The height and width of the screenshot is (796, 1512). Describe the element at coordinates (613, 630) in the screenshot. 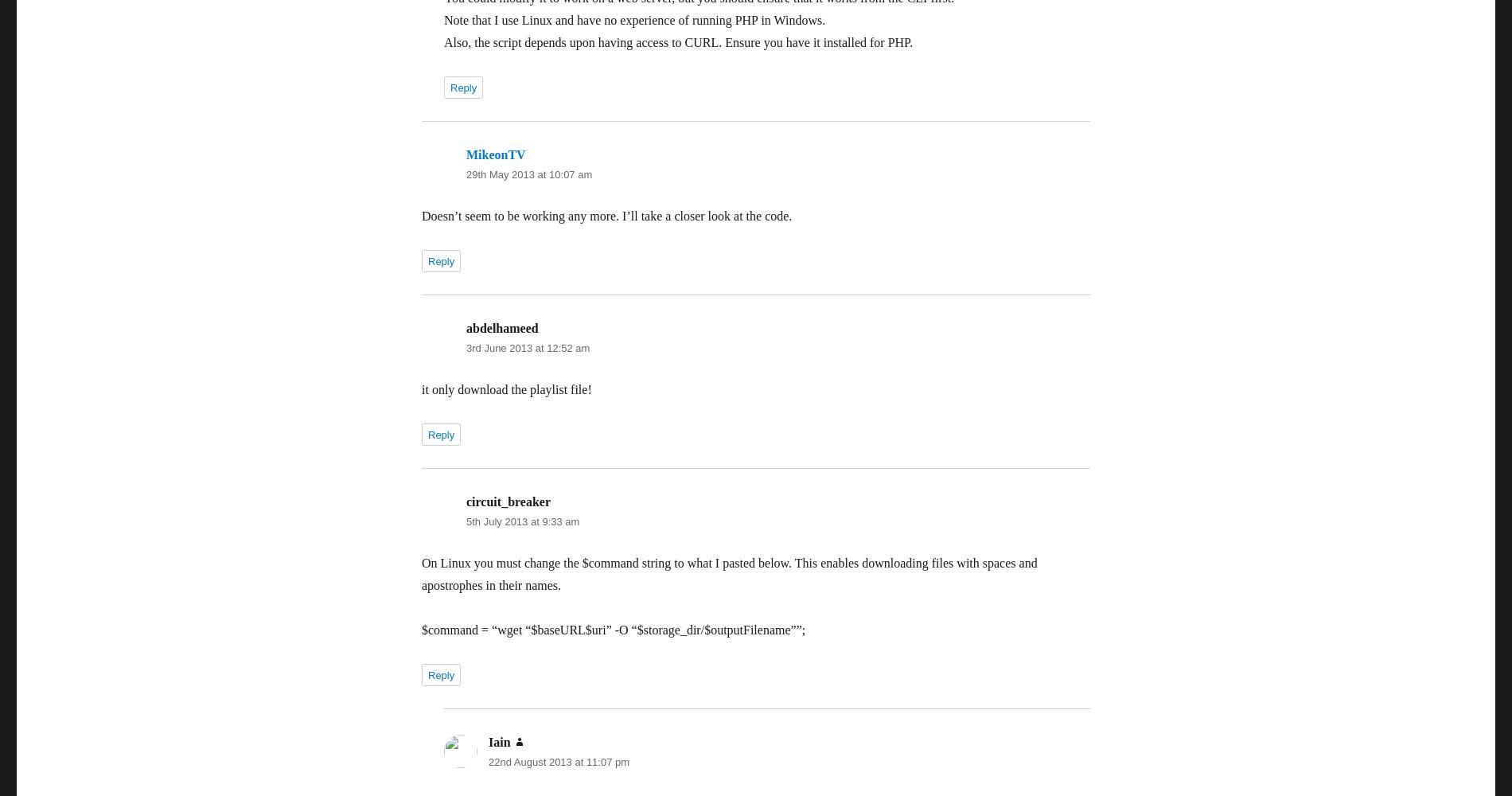

I see `'$command = “wget “$baseURL$uri” -O “$storage_dir/$outputFilename””;'` at that location.